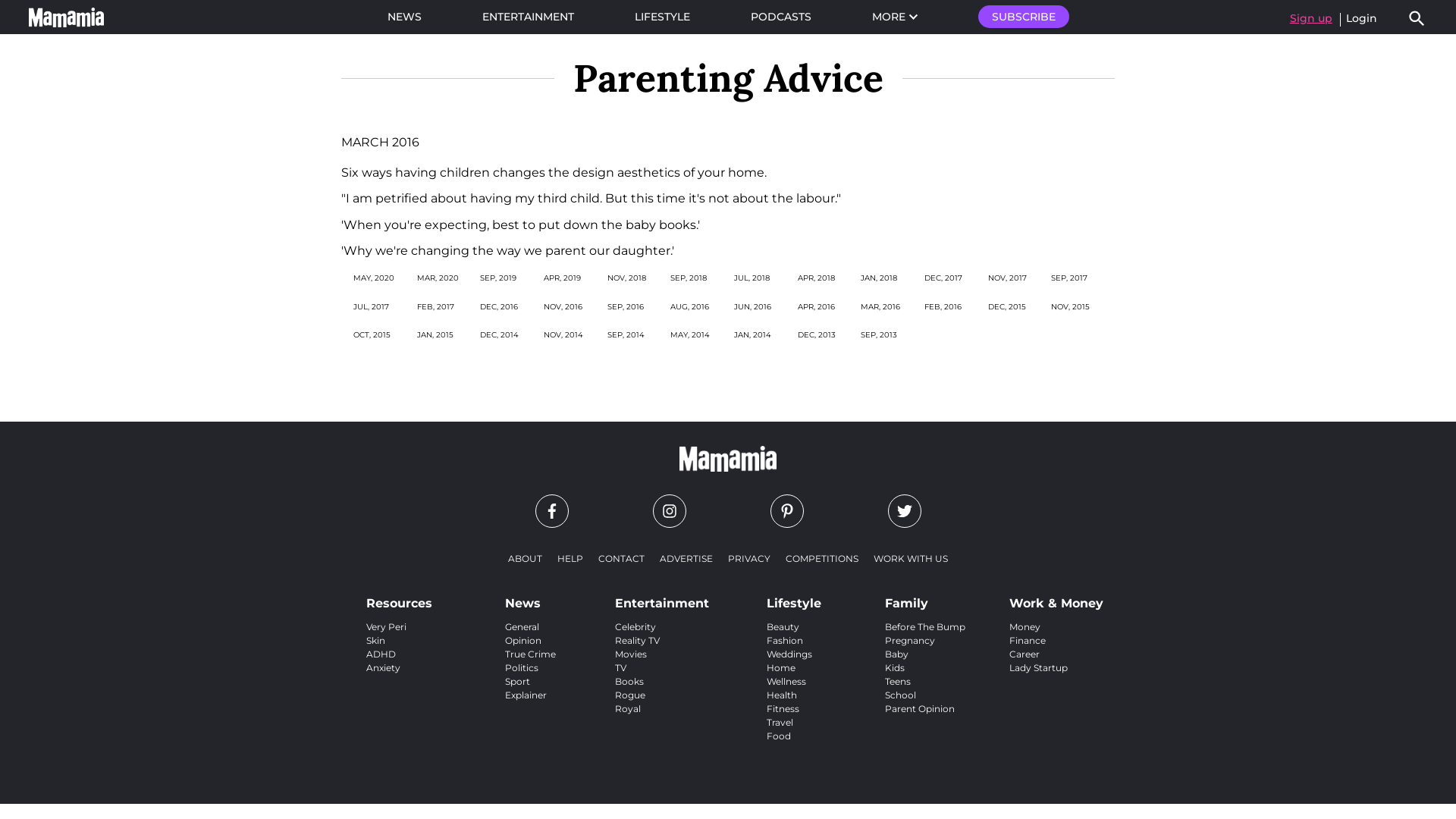 The image size is (1456, 819). Describe the element at coordinates (815, 334) in the screenshot. I see `'DEC, 2013'` at that location.